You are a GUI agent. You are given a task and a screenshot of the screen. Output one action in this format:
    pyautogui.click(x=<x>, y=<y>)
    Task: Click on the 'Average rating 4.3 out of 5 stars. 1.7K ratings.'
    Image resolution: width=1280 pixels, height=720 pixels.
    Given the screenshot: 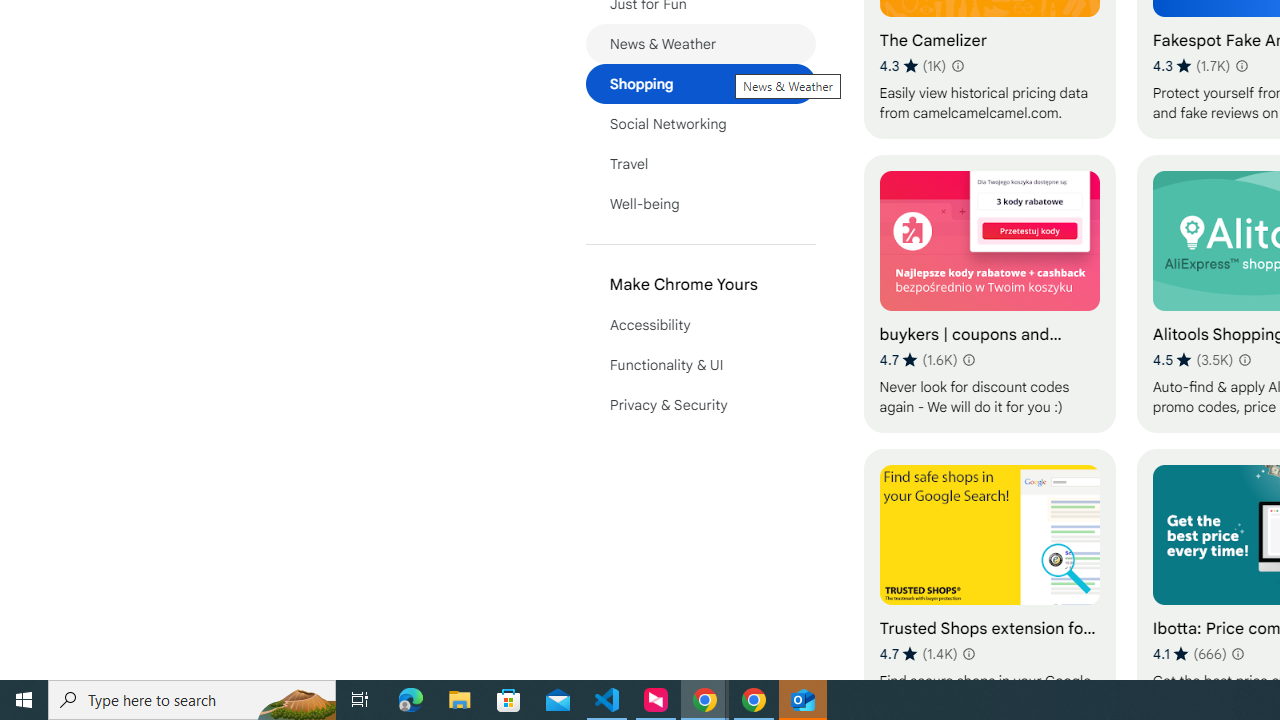 What is the action you would take?
    pyautogui.click(x=1191, y=65)
    